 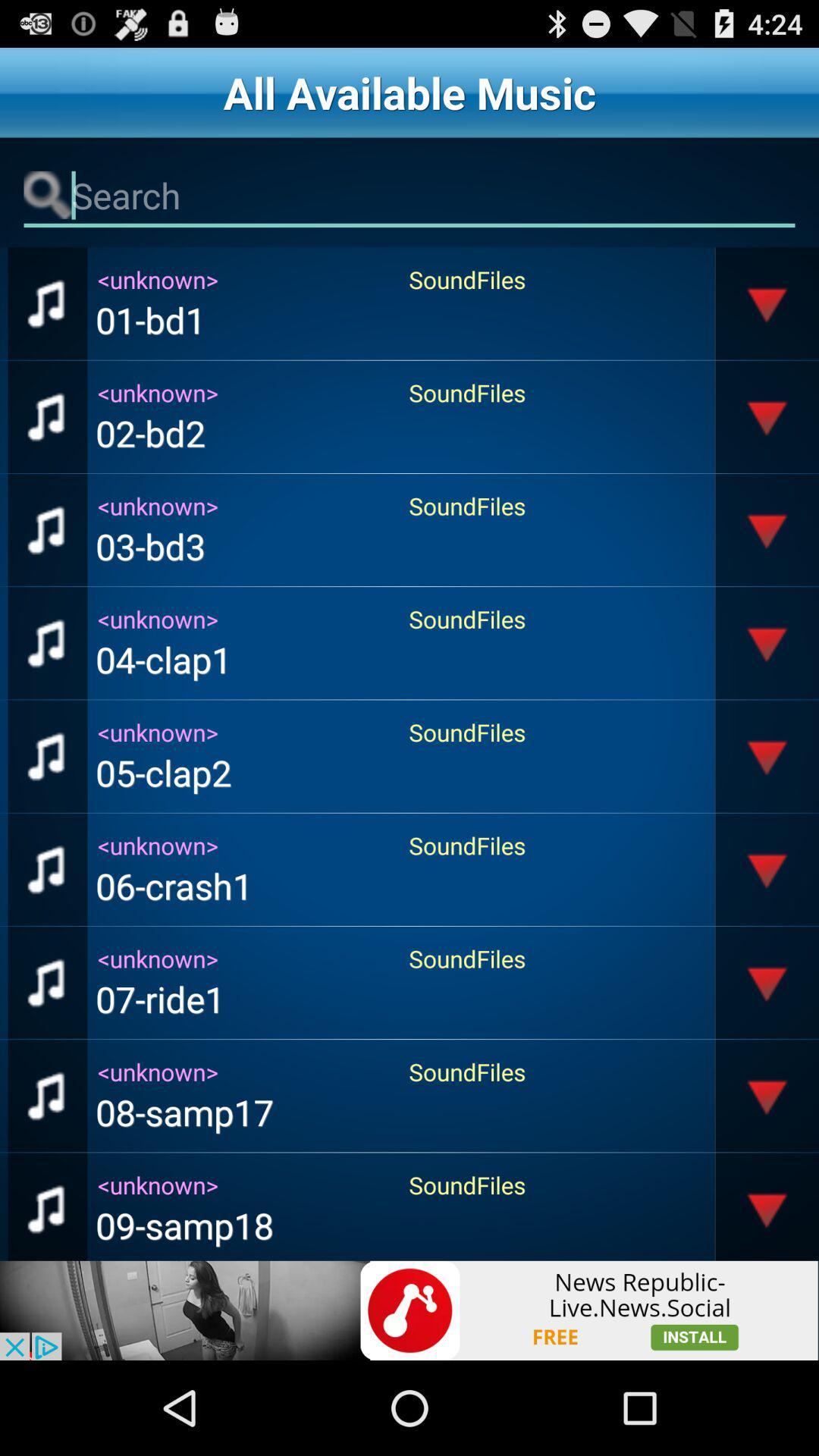 What do you see at coordinates (409, 1310) in the screenshot?
I see `adverts` at bounding box center [409, 1310].